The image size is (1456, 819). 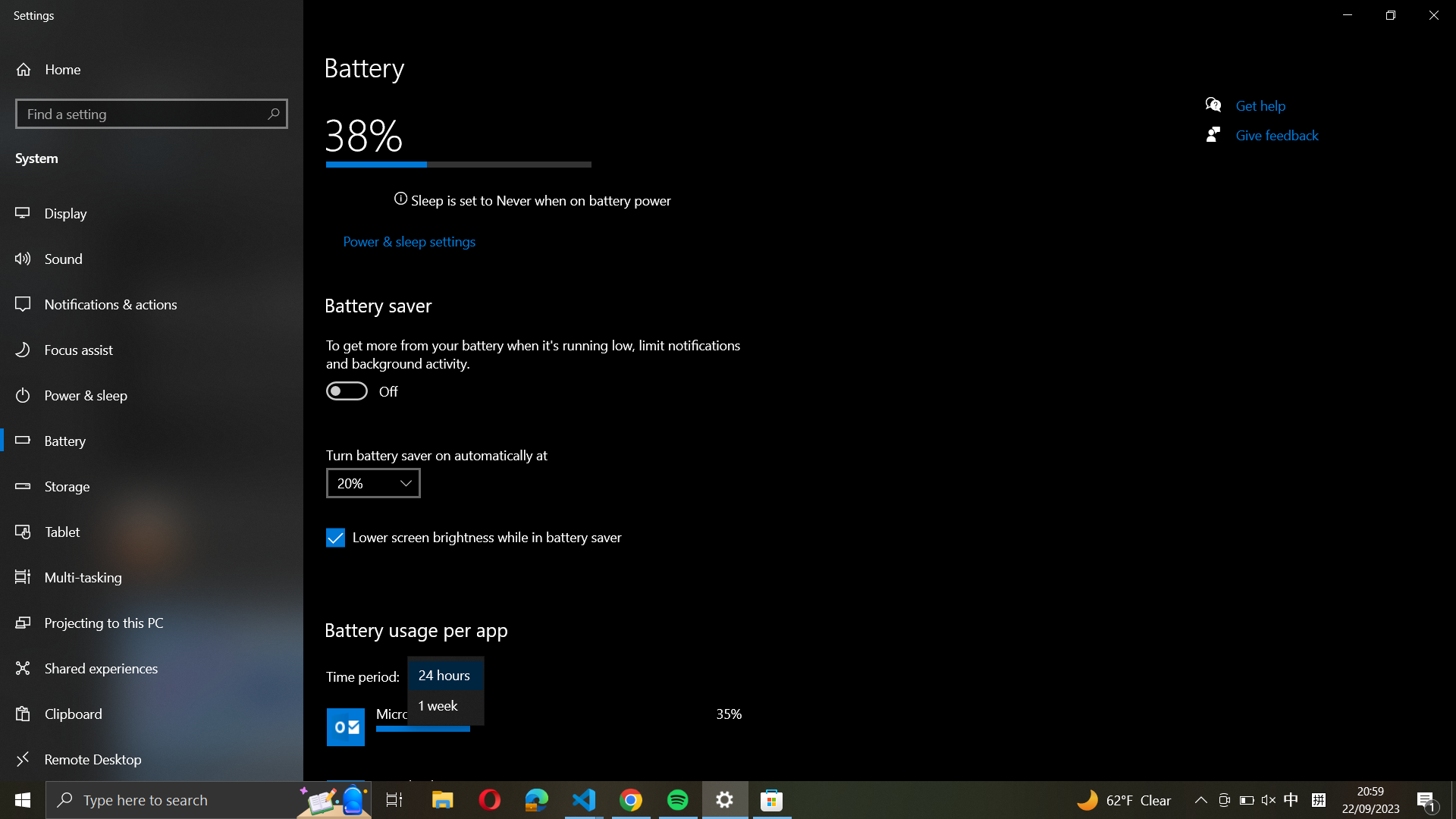 What do you see at coordinates (152, 111) in the screenshot?
I see `Search for "windows updates settings" from the left panel` at bounding box center [152, 111].